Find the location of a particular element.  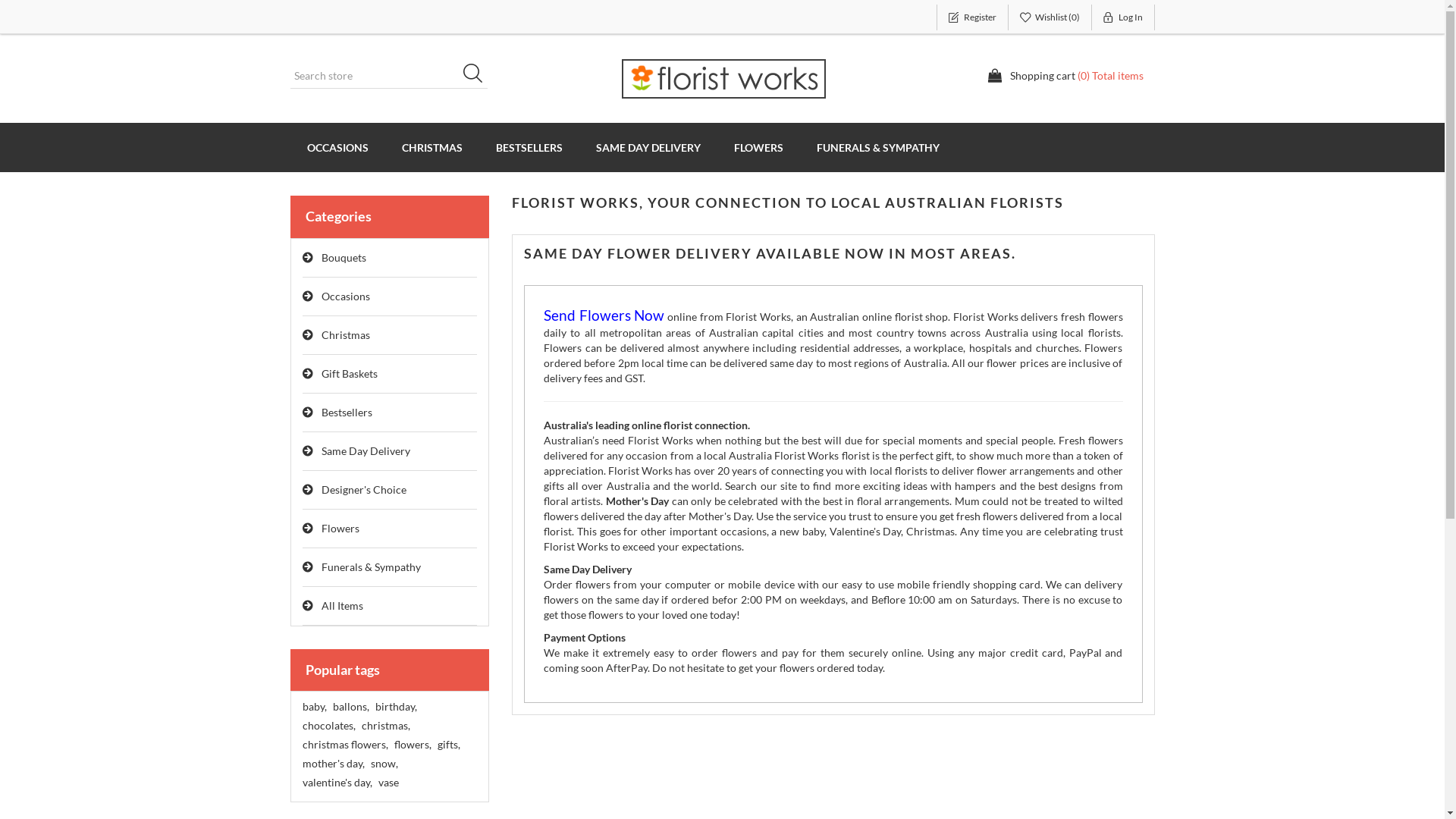

'FUNERALS & SYMPATHY' is located at coordinates (799, 147).